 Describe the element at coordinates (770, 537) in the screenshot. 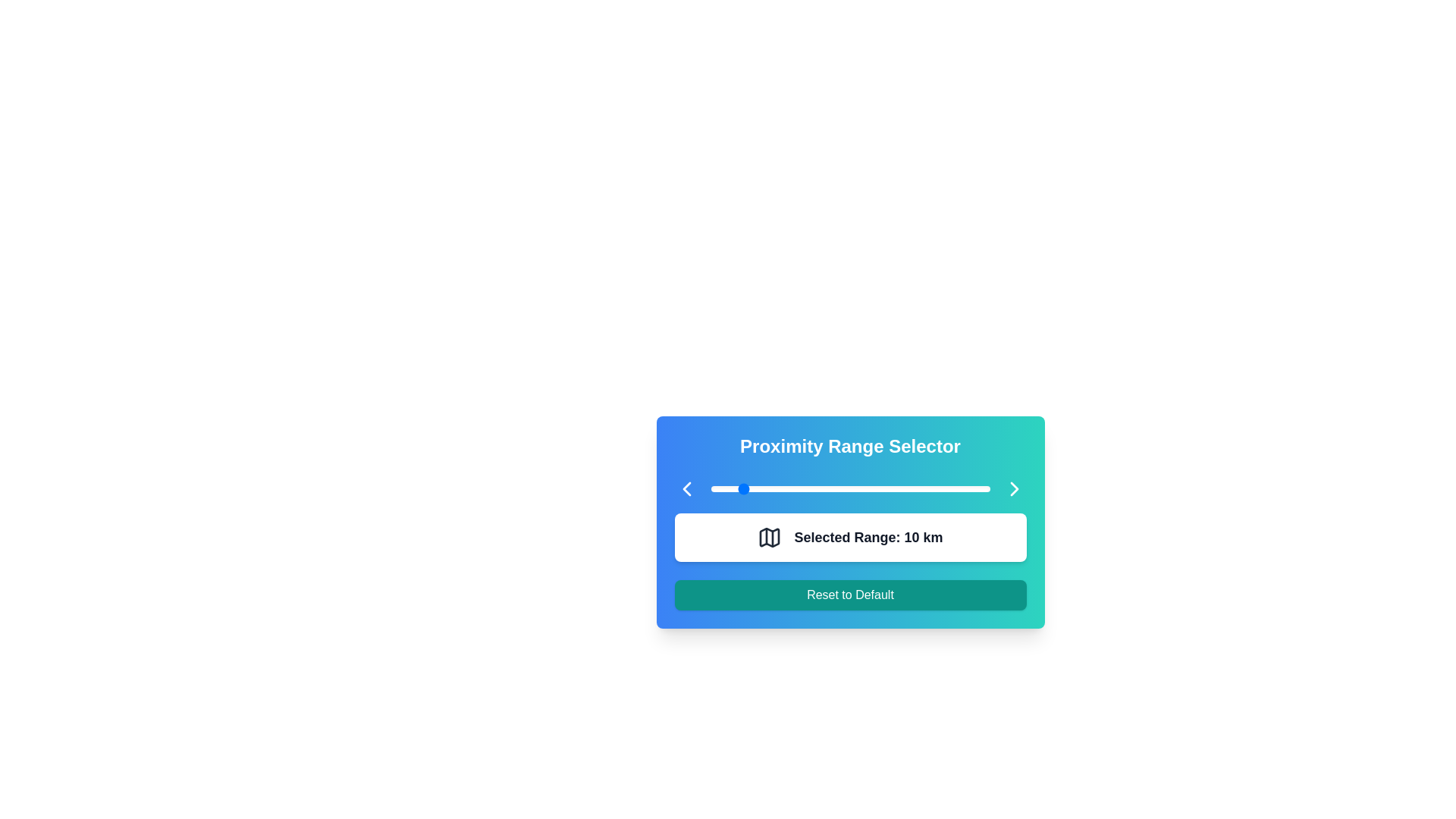

I see `the black map-like icon located to the left of the text 'Selected Range: 10 km' within a card-like UI component` at that location.